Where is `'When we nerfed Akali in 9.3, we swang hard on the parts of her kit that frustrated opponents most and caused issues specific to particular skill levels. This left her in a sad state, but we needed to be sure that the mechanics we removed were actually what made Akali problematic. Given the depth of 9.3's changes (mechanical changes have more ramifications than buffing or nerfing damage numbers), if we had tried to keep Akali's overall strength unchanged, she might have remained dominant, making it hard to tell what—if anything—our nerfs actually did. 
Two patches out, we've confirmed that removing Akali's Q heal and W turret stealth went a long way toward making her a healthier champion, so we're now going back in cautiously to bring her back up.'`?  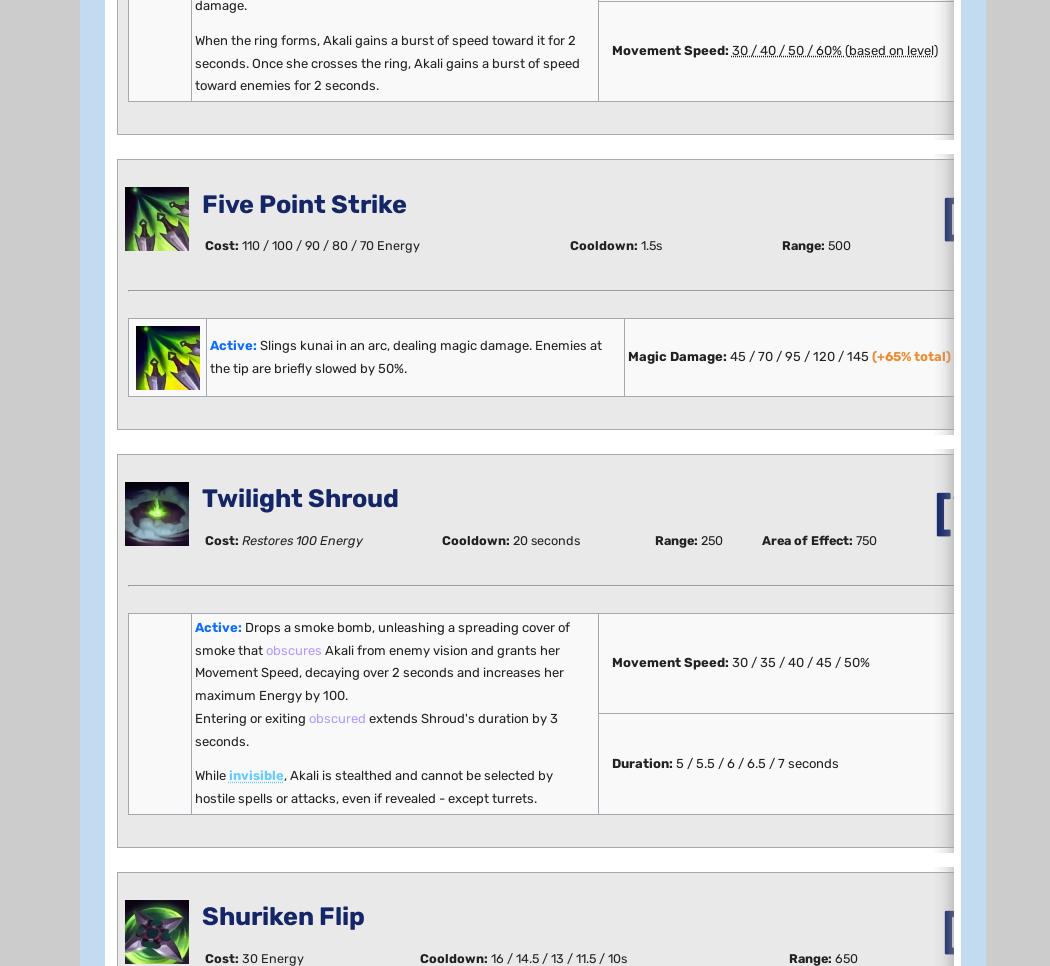
'When we nerfed Akali in 9.3, we swang hard on the parts of her kit that frustrated opponents most and caused issues specific to particular skill levels. This left her in a sad state, but we needed to be sure that the mechanics we removed were actually what made Akali problematic. Given the depth of 9.3's changes (mechanical changes have more ramifications than buffing or nerfing damage numbers), if we had tried to keep Akali's overall strength unchanged, she might have remained dominant, making it hard to tell what—if anything—our nerfs actually did. 
Two patches out, we've confirmed that removing Akali's Q heal and W turret stealth went a long way toward making her a healthier champion, so we're now going back in cautiously to bring her back up.' is located at coordinates (540, 331).